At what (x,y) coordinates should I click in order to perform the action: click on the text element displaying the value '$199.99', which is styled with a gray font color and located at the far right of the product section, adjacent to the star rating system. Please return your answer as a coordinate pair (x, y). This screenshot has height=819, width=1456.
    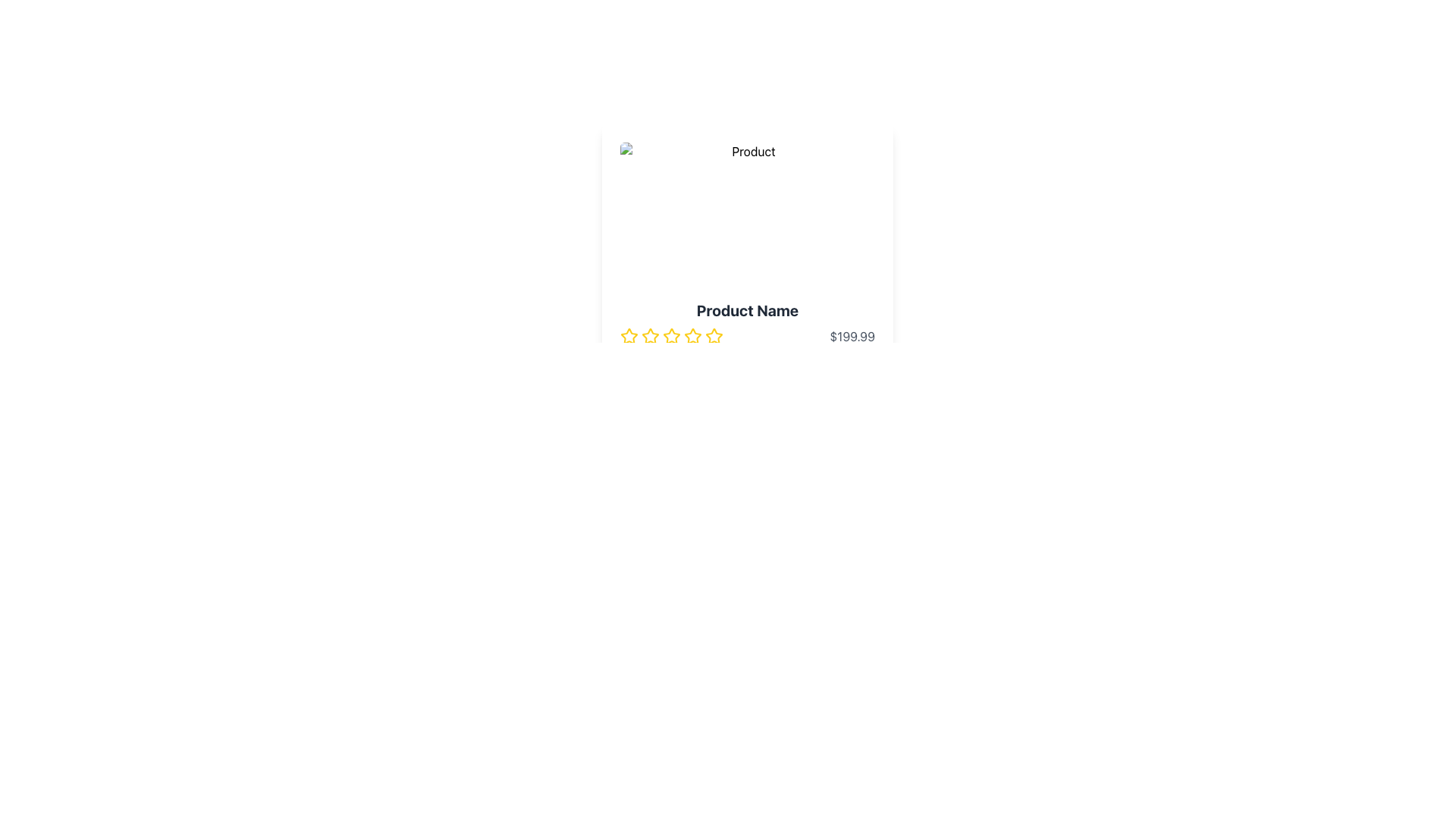
    Looking at the image, I should click on (852, 335).